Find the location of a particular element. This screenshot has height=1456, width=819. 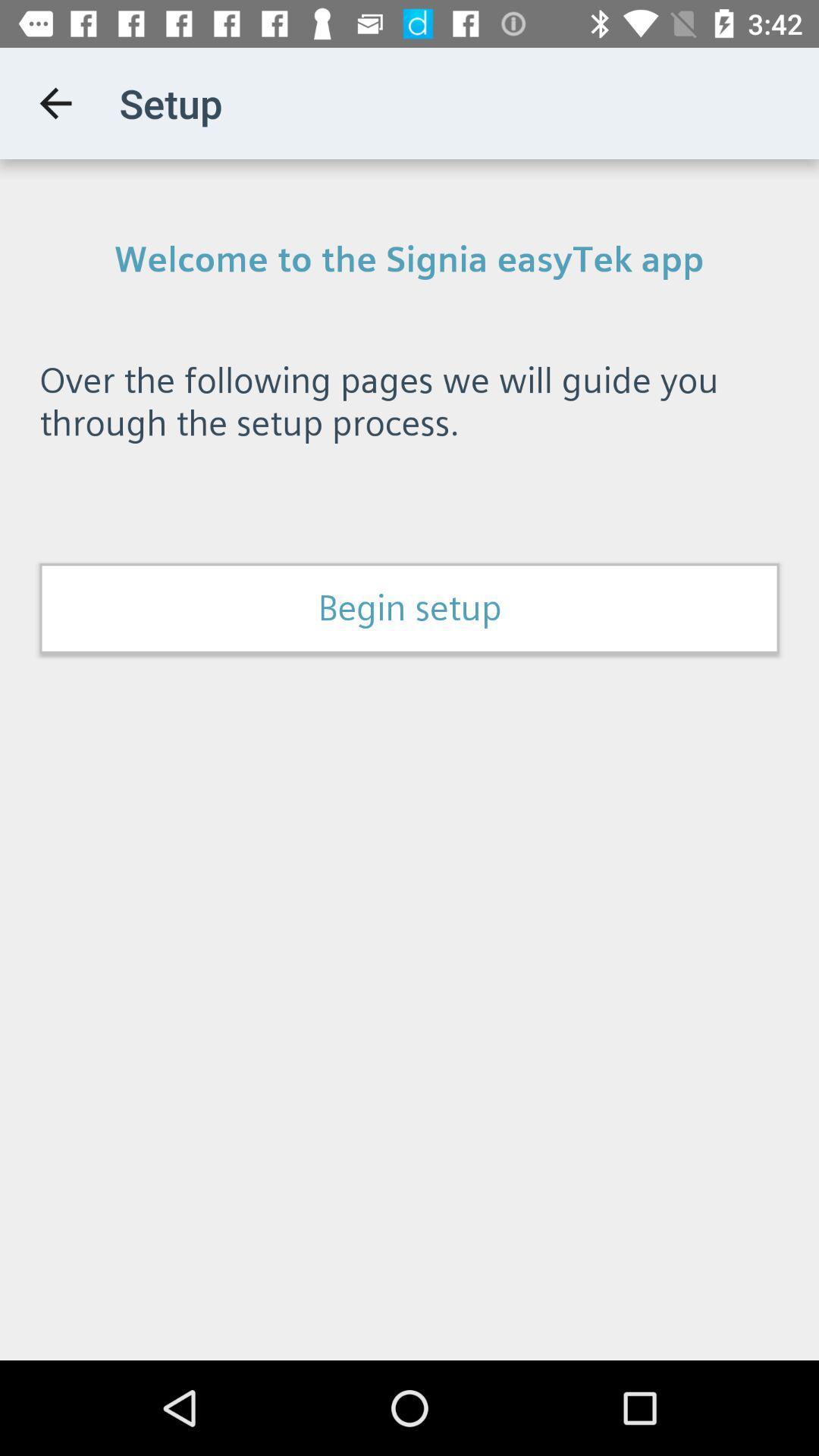

the begin setup is located at coordinates (409, 608).